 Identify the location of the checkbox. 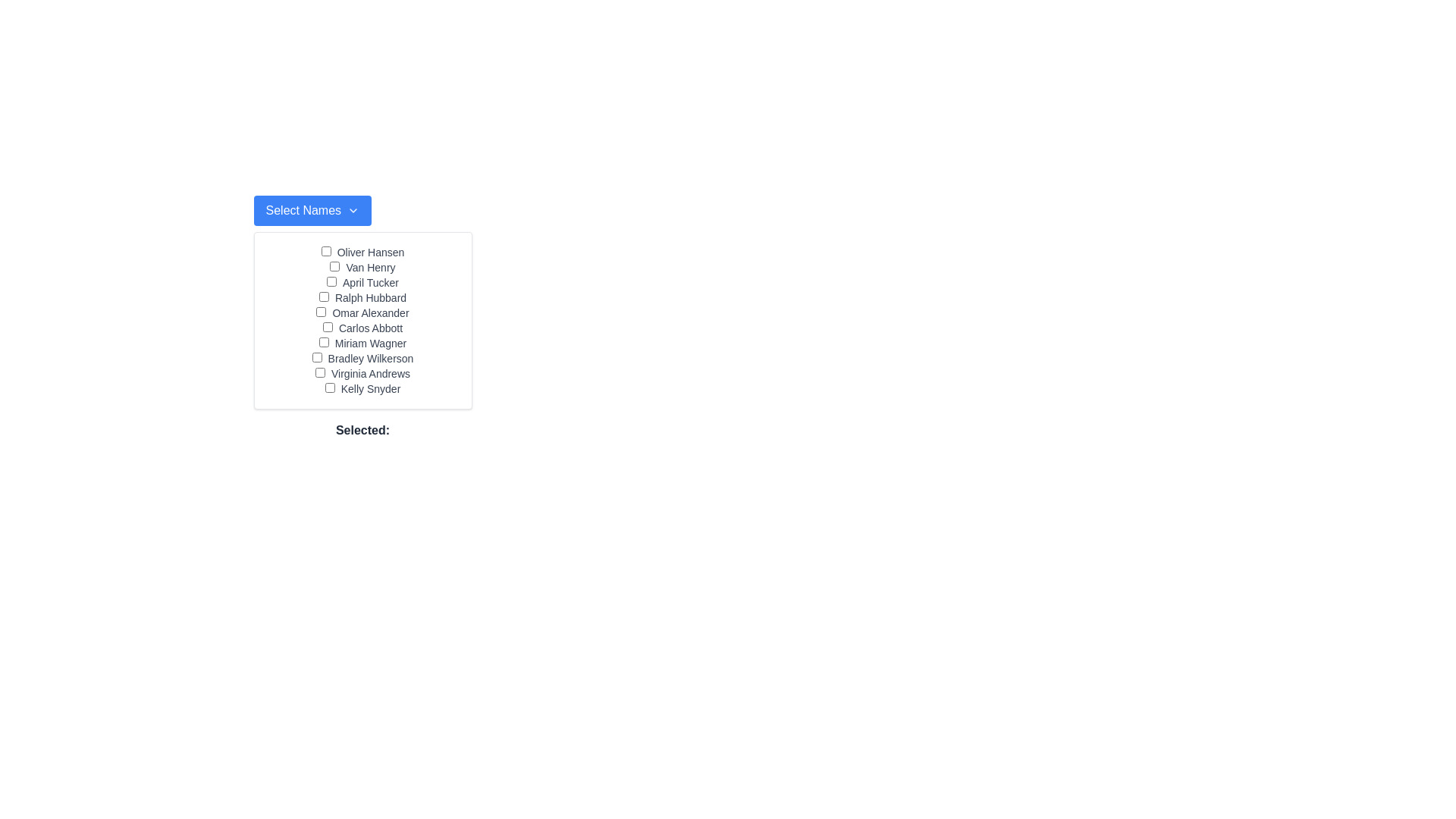
(329, 387).